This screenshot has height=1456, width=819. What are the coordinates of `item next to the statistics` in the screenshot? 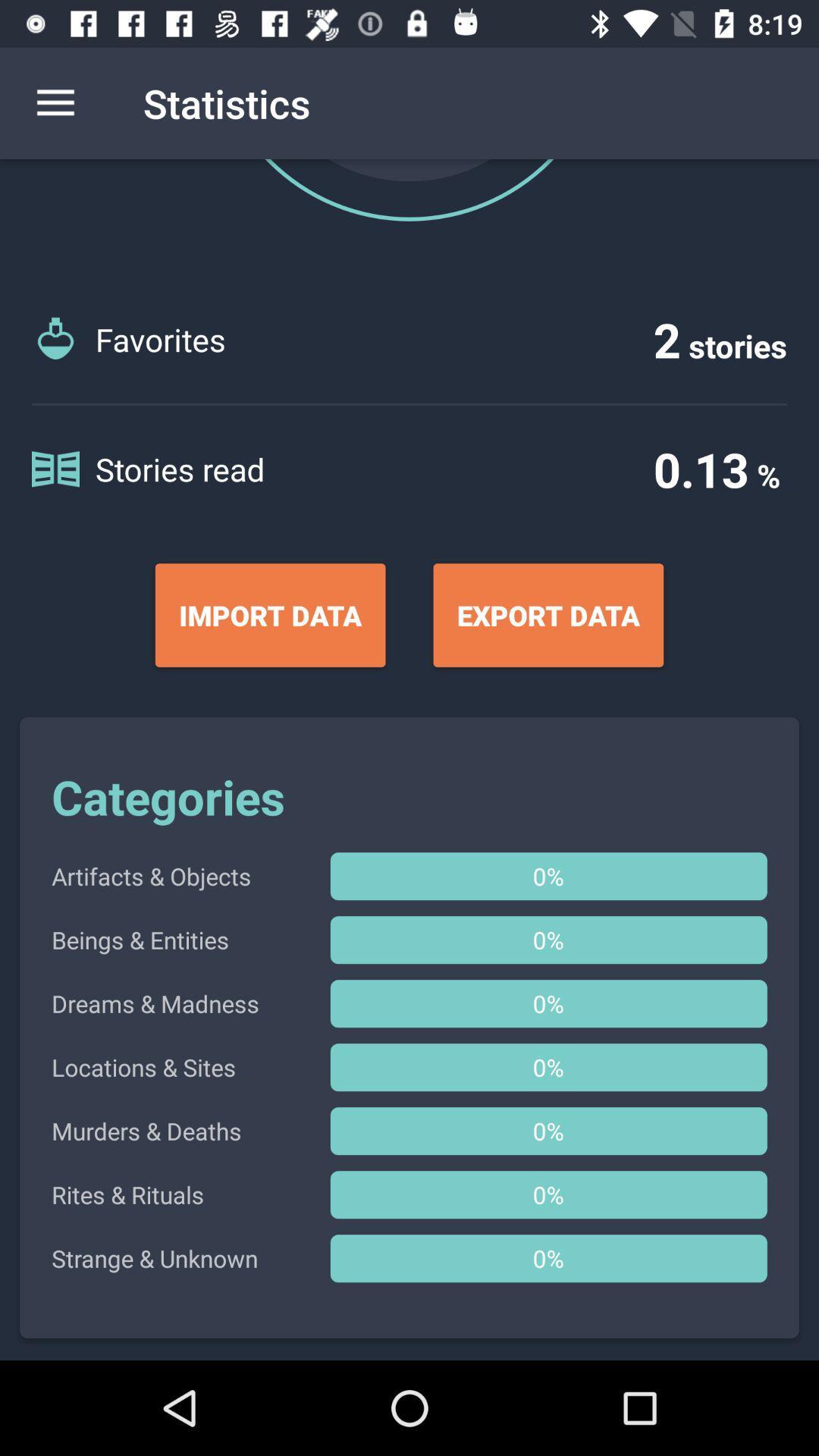 It's located at (55, 102).